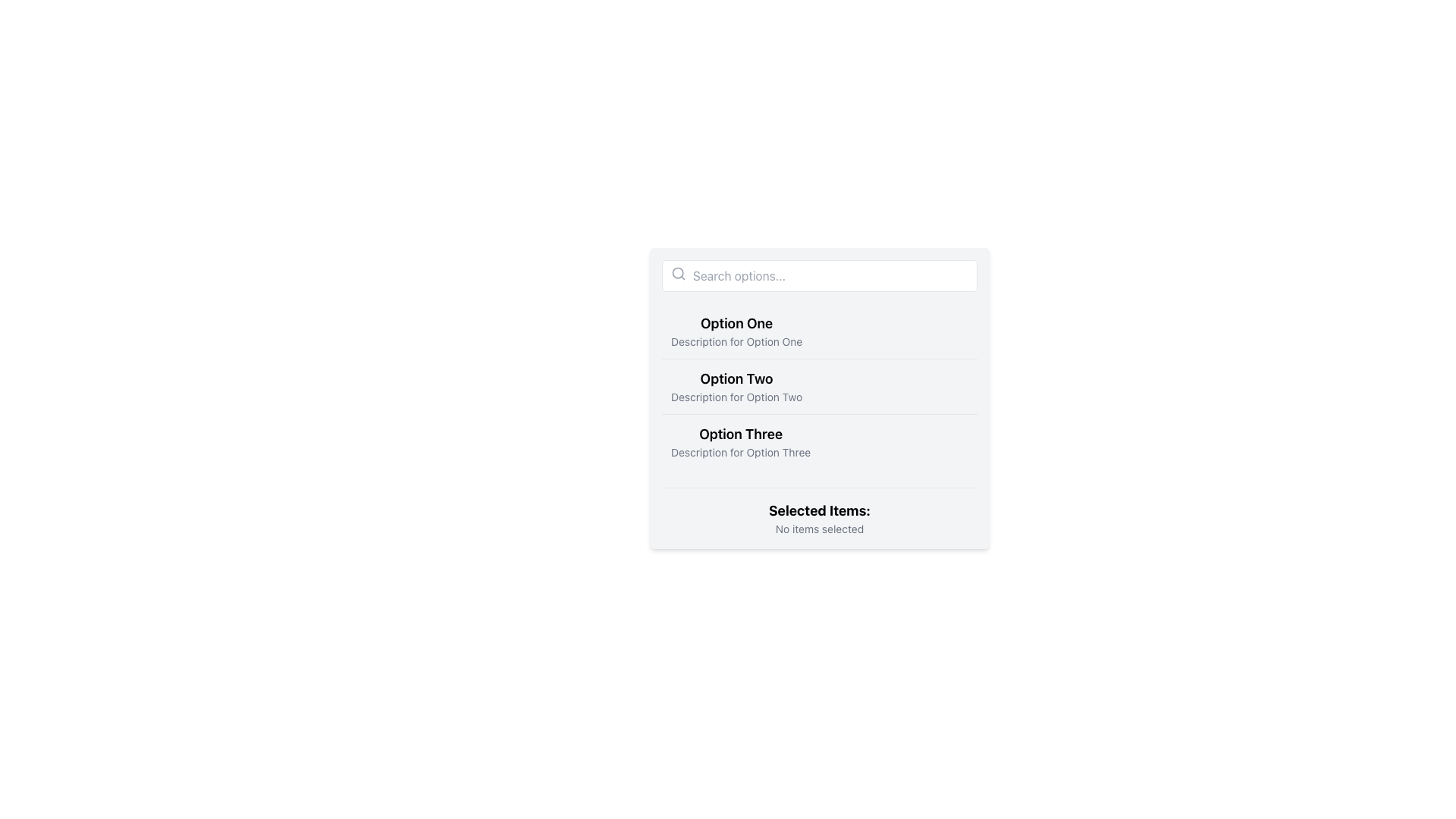 The image size is (1456, 819). What do you see at coordinates (736, 385) in the screenshot?
I see `the second option in the vertically arranged menu` at bounding box center [736, 385].